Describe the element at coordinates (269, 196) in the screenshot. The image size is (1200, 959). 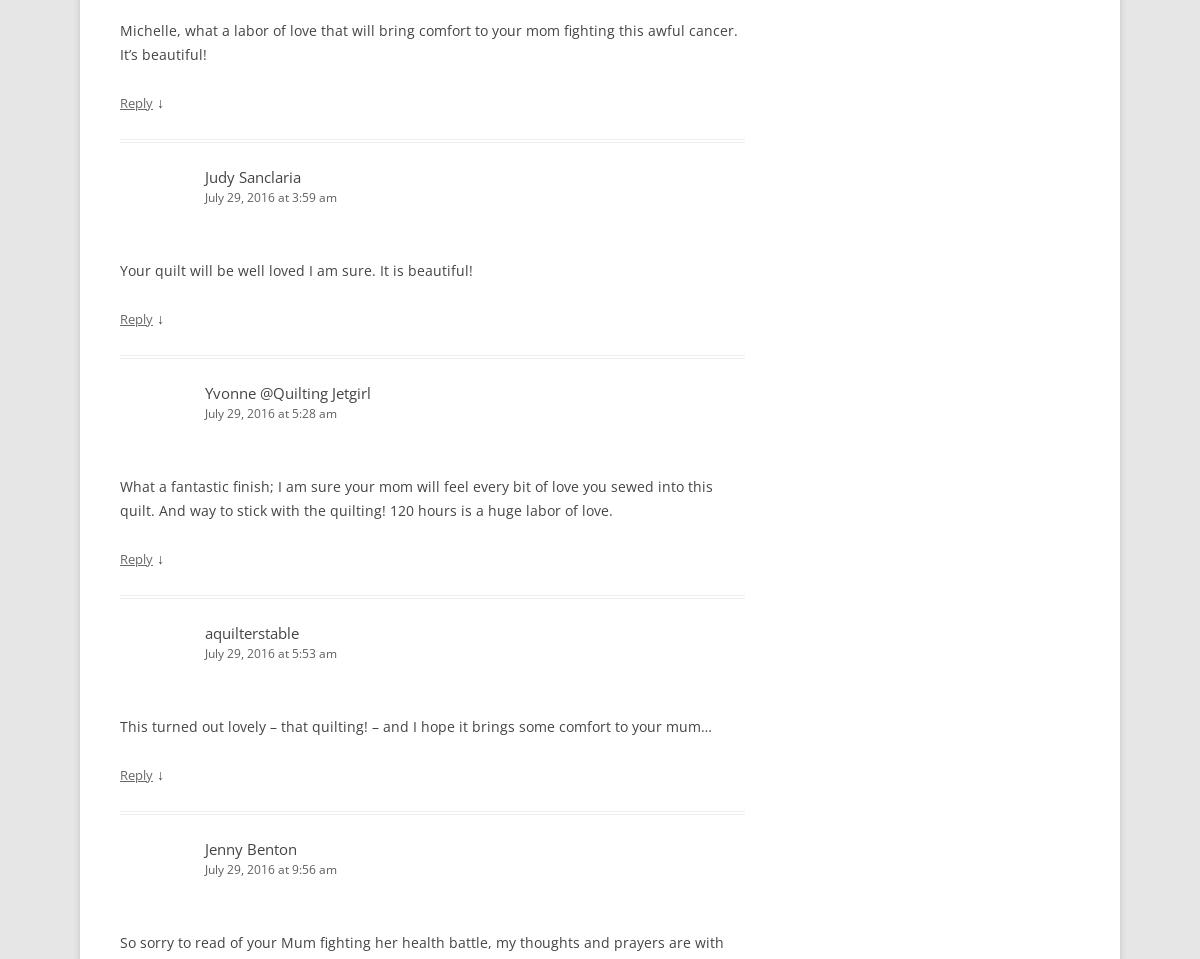
I see `'July 29, 2016 at 3:59 am'` at that location.